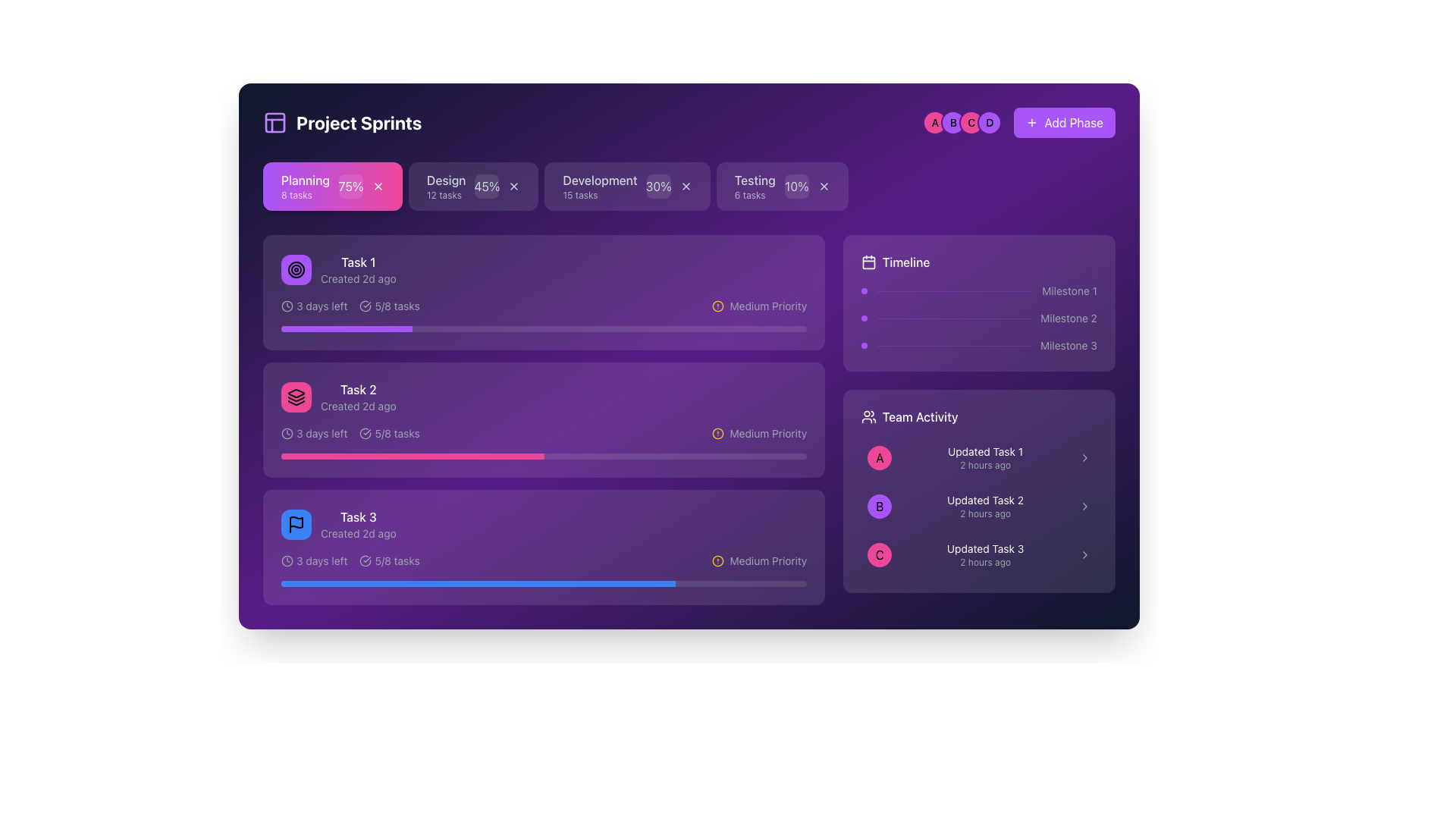  Describe the element at coordinates (296, 268) in the screenshot. I see `the first circular icon in the task list located left of the text 'Task 1'` at that location.